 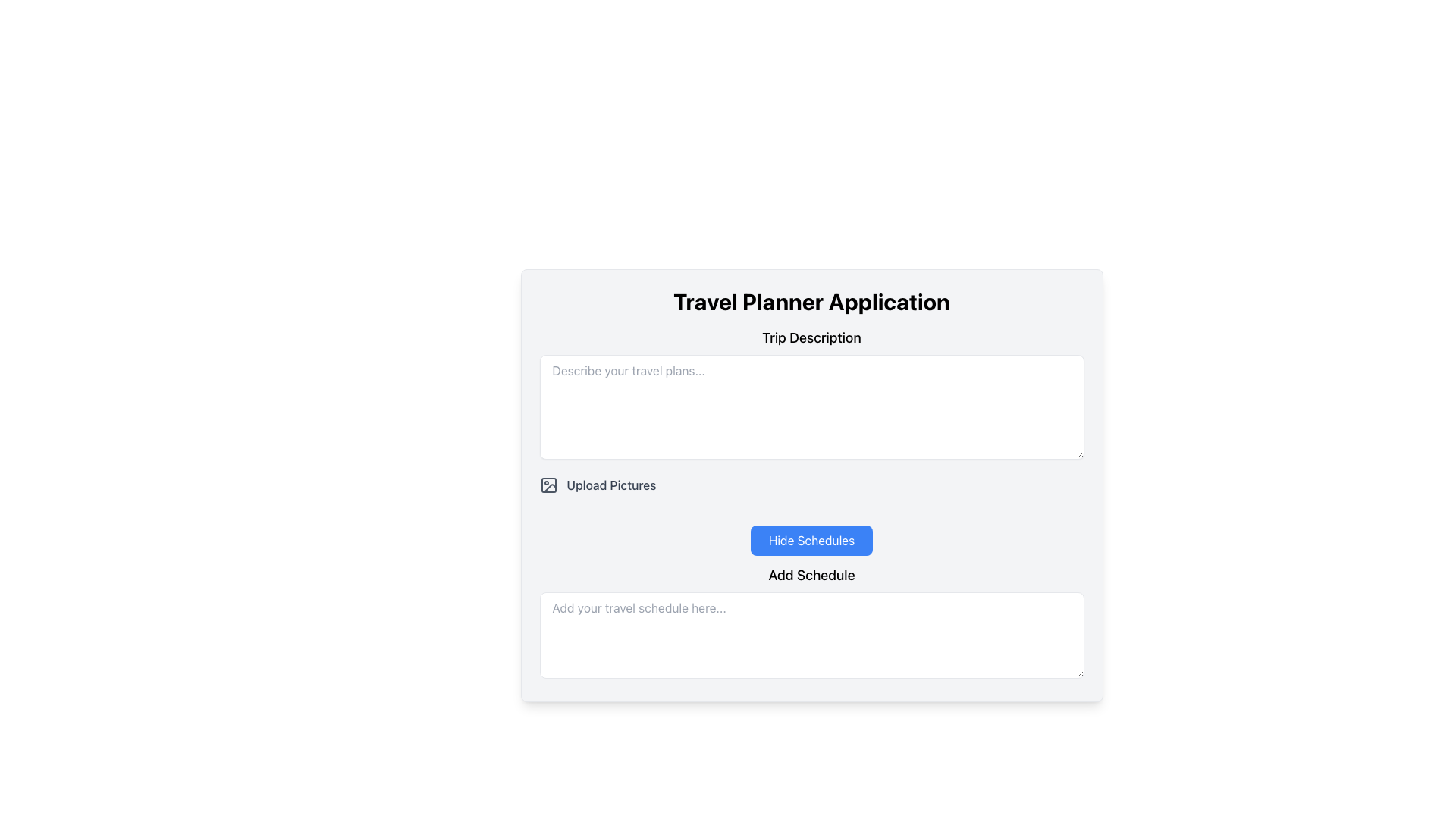 I want to click on the text label associated with the file upload component for uploading images, which is located to the right of a photo frame icon and below the trip description input field, so click(x=611, y=485).